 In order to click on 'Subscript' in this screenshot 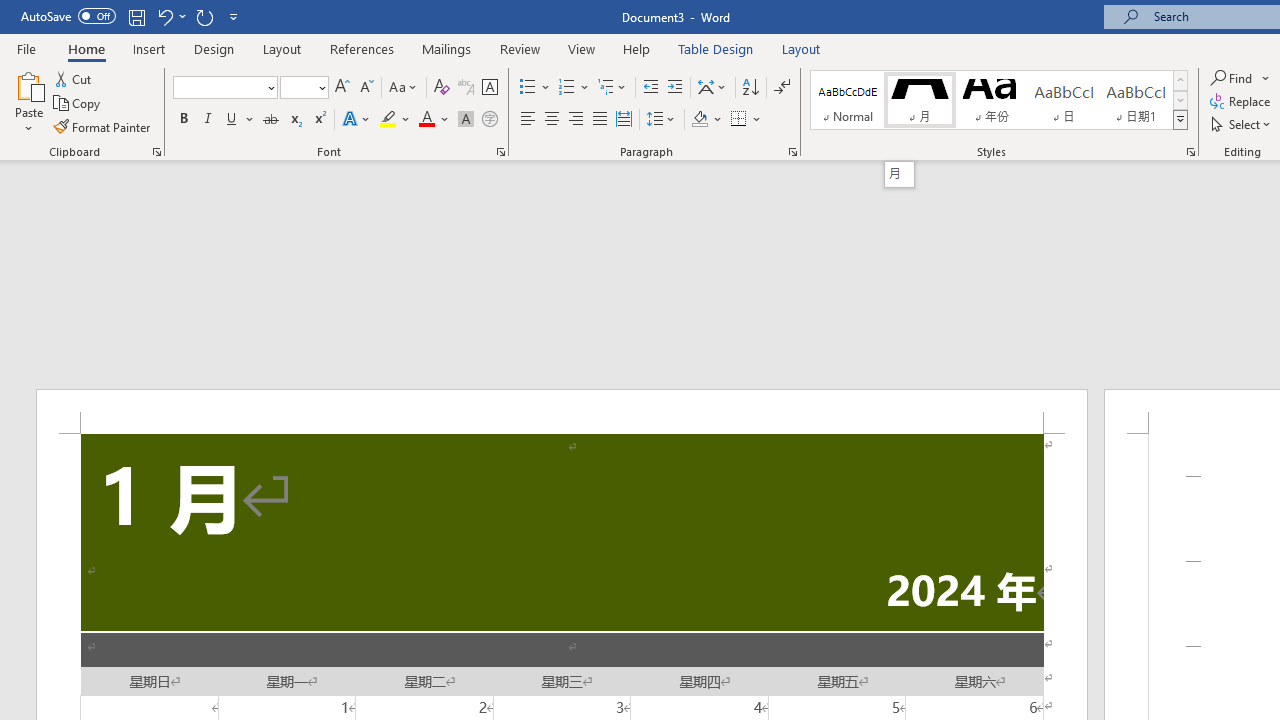, I will do `click(294, 119)`.